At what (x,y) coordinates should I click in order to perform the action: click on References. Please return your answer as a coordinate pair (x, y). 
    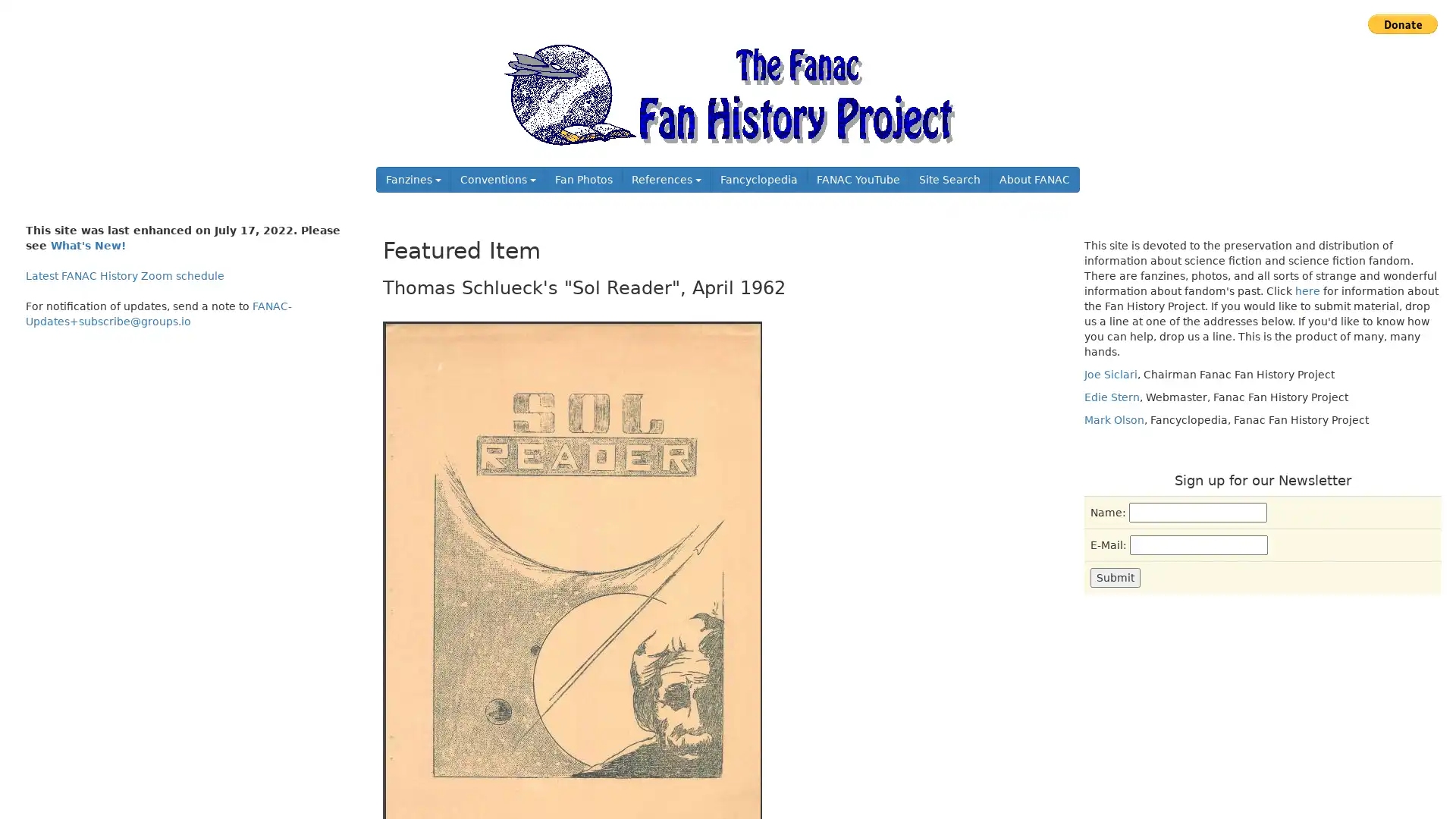
    Looking at the image, I should click on (666, 178).